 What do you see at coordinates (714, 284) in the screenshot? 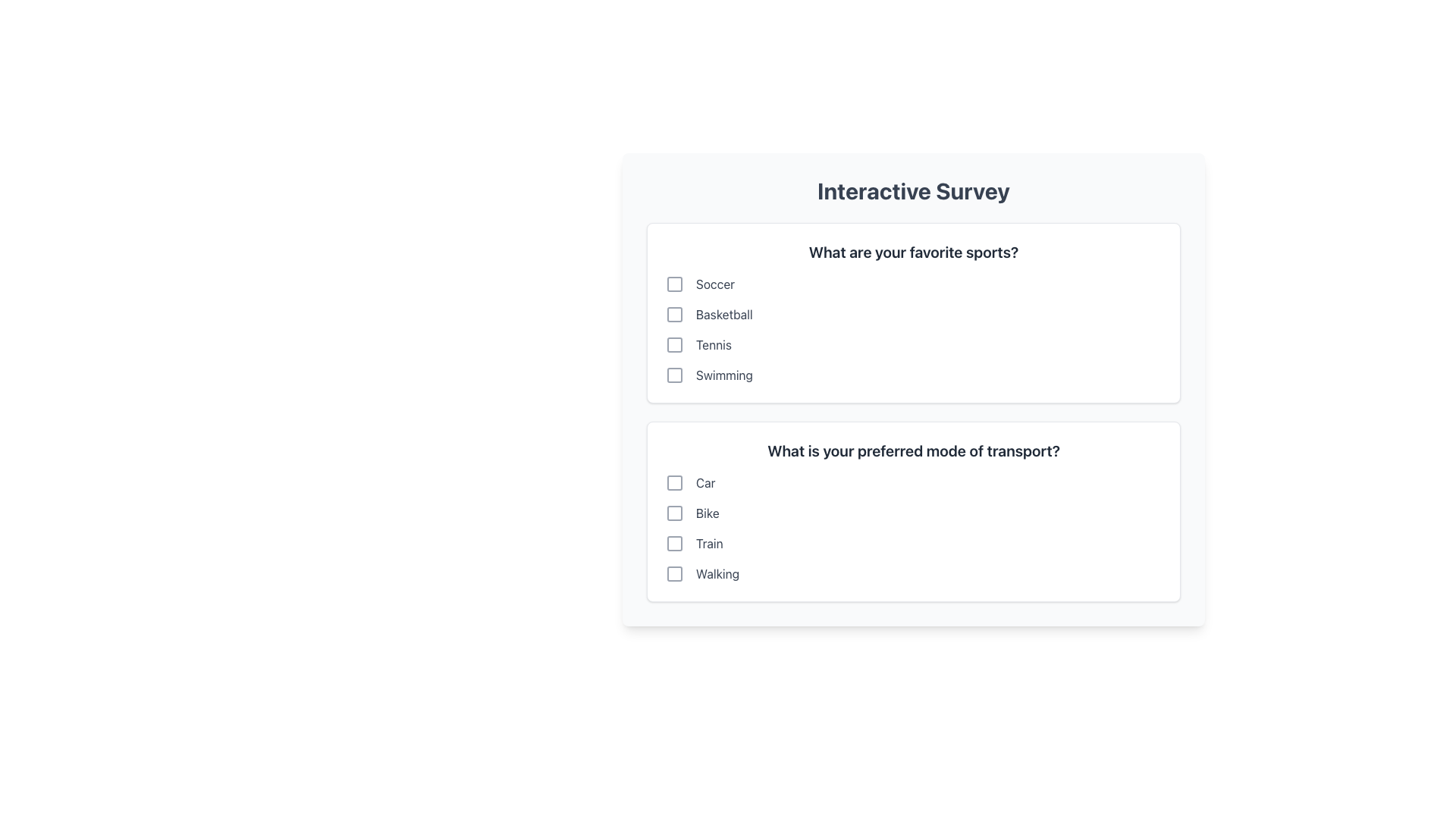
I see `the 'Soccer' label in the survey options for favorite sports, which is the first choice after the checkbox` at bounding box center [714, 284].